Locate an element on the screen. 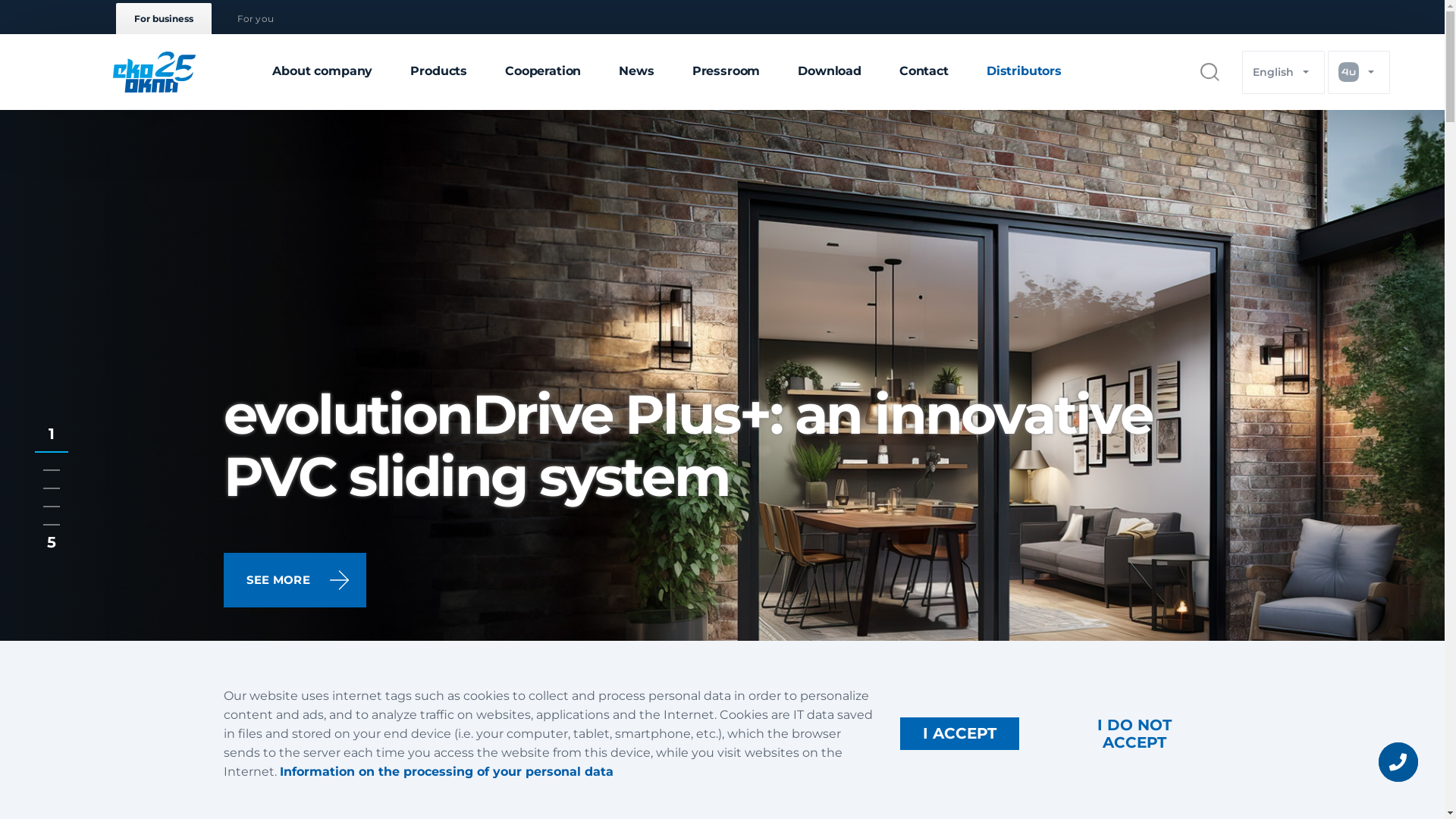 The width and height of the screenshot is (1456, 819). 'For business' is located at coordinates (115, 18).